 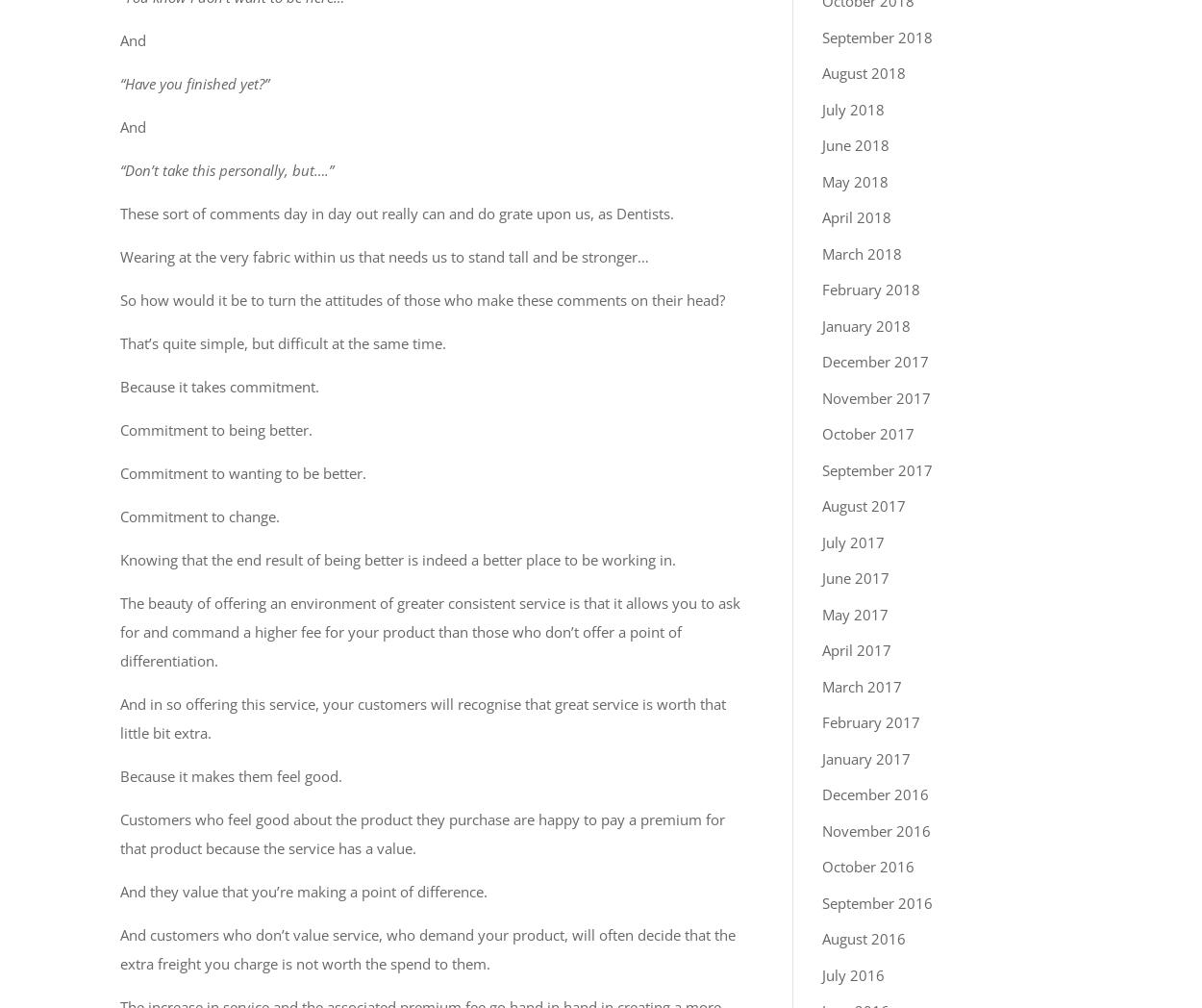 What do you see at coordinates (397, 213) in the screenshot?
I see `'These sort of comments day in day out really can and do grate upon us, as Dentists.'` at bounding box center [397, 213].